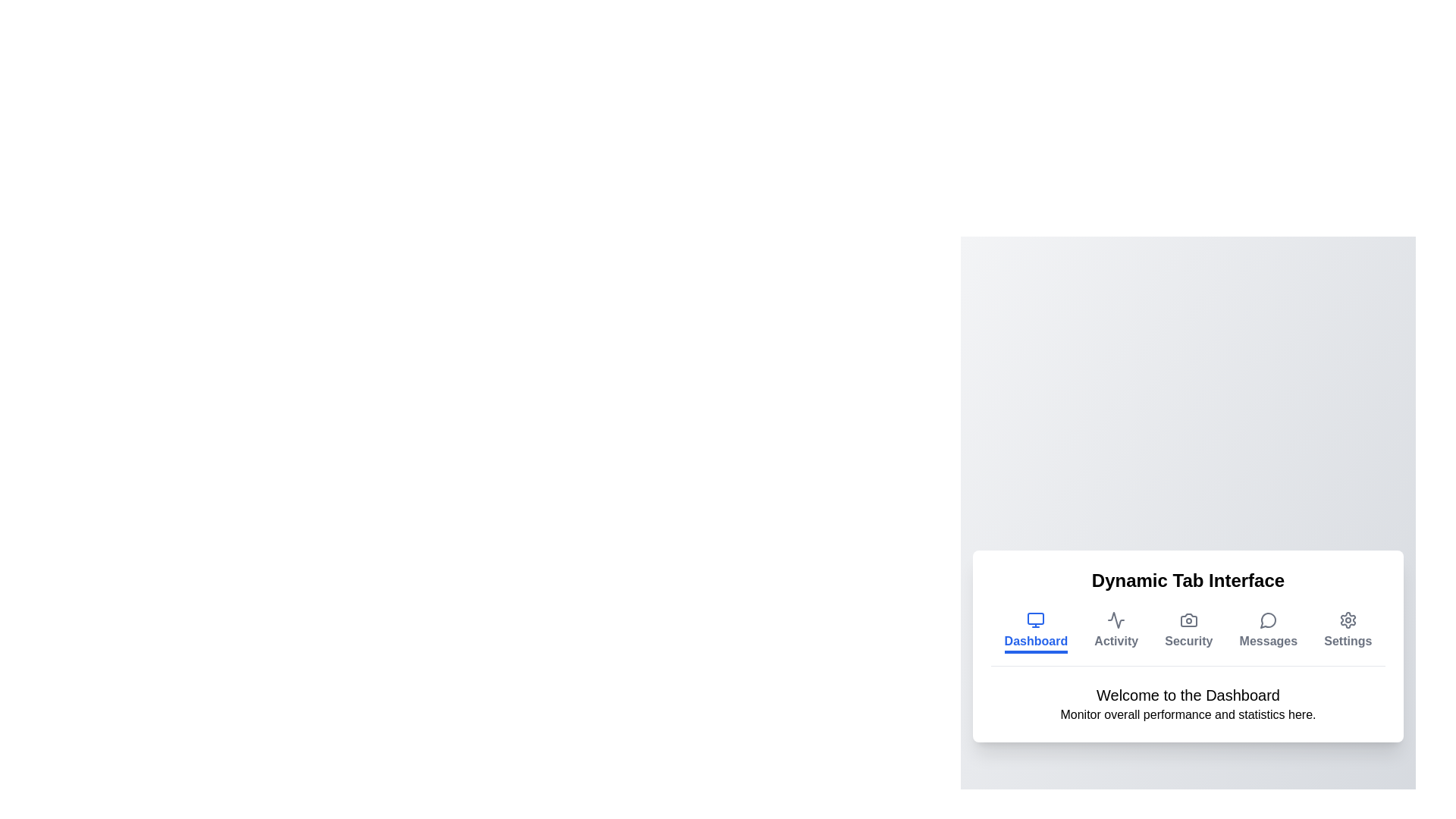 This screenshot has width=1456, height=819. What do you see at coordinates (1187, 646) in the screenshot?
I see `the 'Security' tab` at bounding box center [1187, 646].